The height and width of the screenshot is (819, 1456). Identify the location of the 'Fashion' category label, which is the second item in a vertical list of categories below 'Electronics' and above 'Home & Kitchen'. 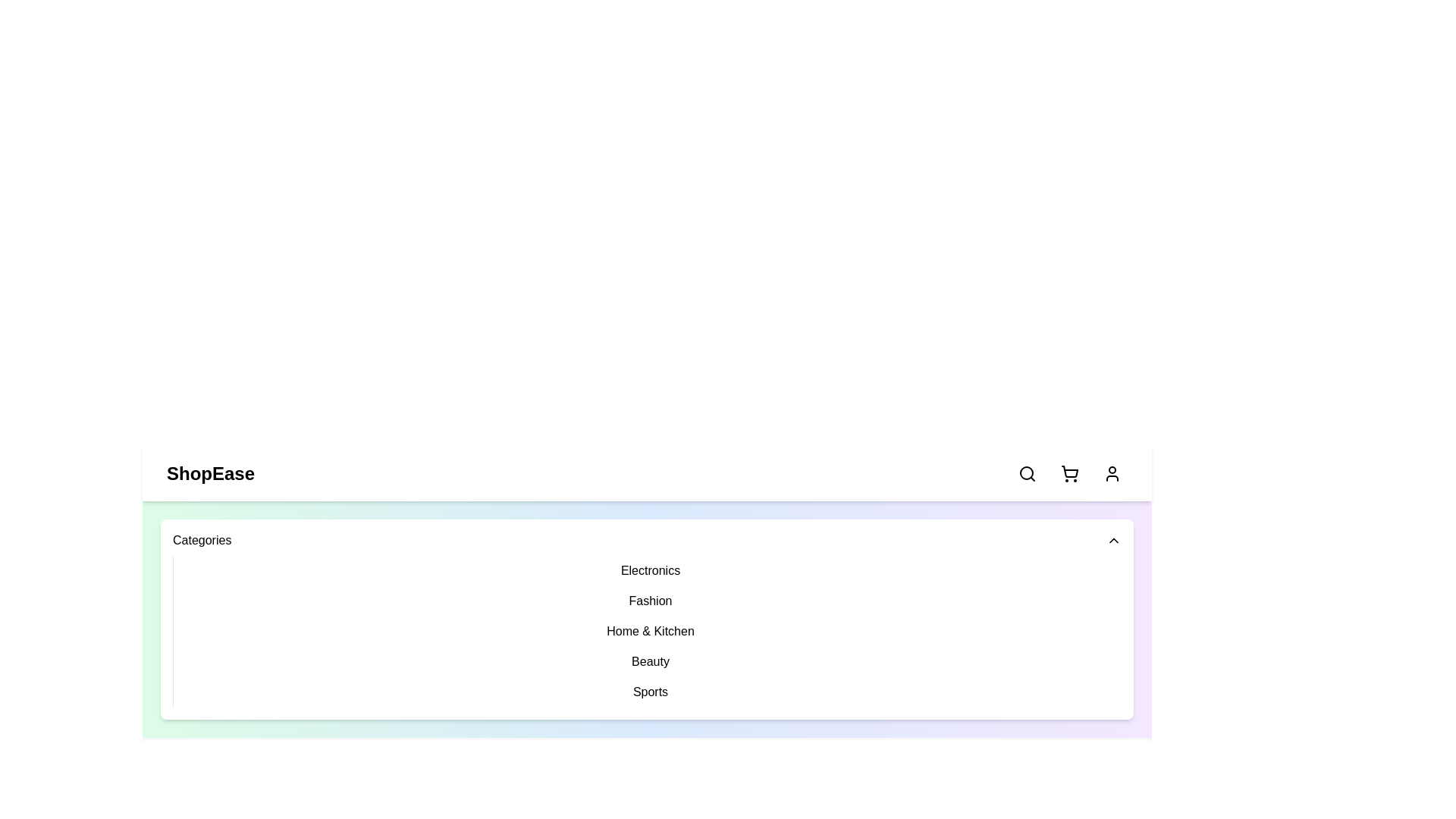
(651, 601).